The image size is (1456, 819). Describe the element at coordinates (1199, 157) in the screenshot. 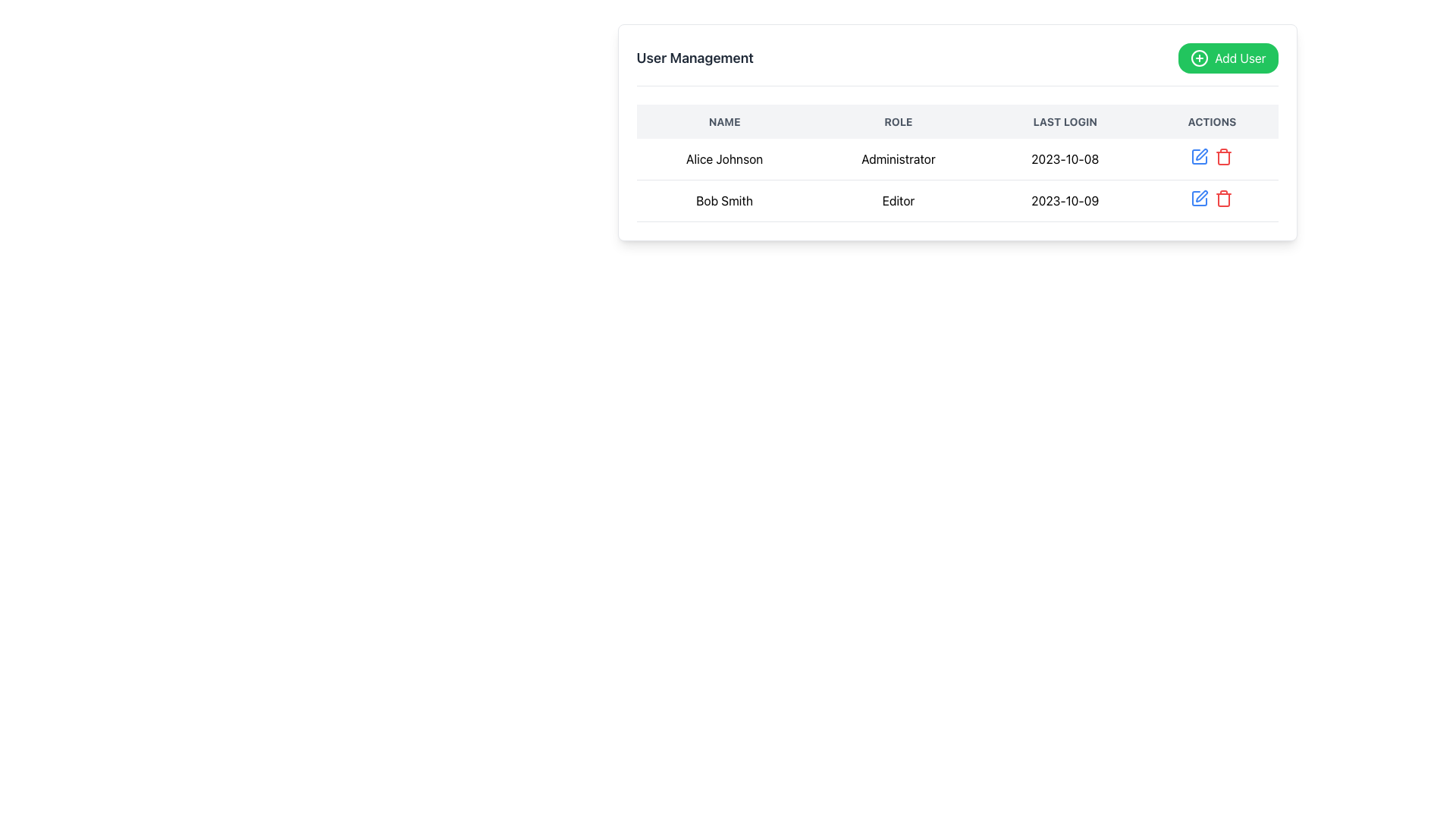

I see `the edit button located in the 'Actions' column of the table row containing 'Alice Johnson' to initiate editing` at that location.